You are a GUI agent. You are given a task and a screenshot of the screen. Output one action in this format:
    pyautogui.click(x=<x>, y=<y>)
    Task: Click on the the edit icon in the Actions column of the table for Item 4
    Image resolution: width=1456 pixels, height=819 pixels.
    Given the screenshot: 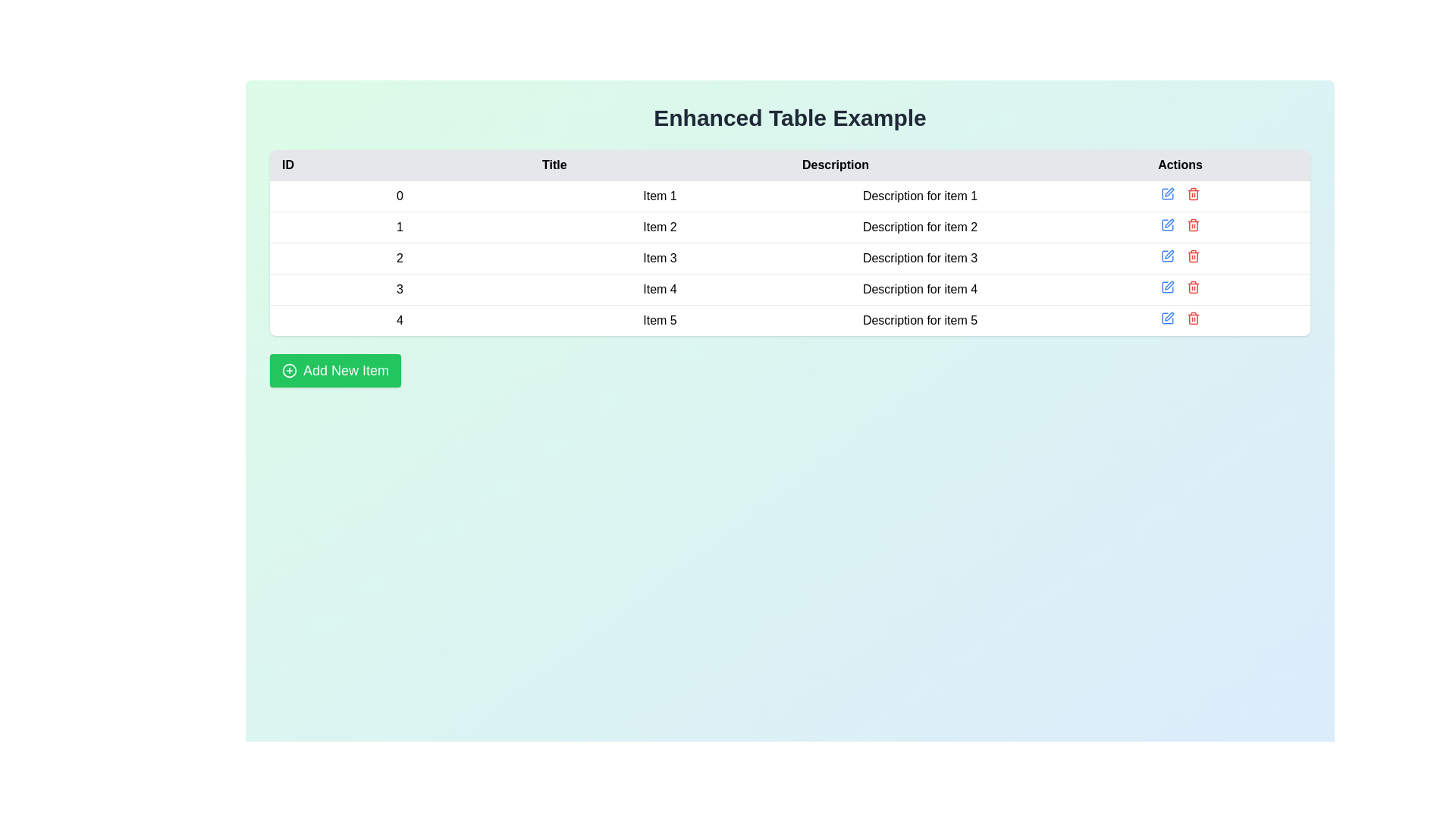 What is the action you would take?
    pyautogui.click(x=1168, y=285)
    